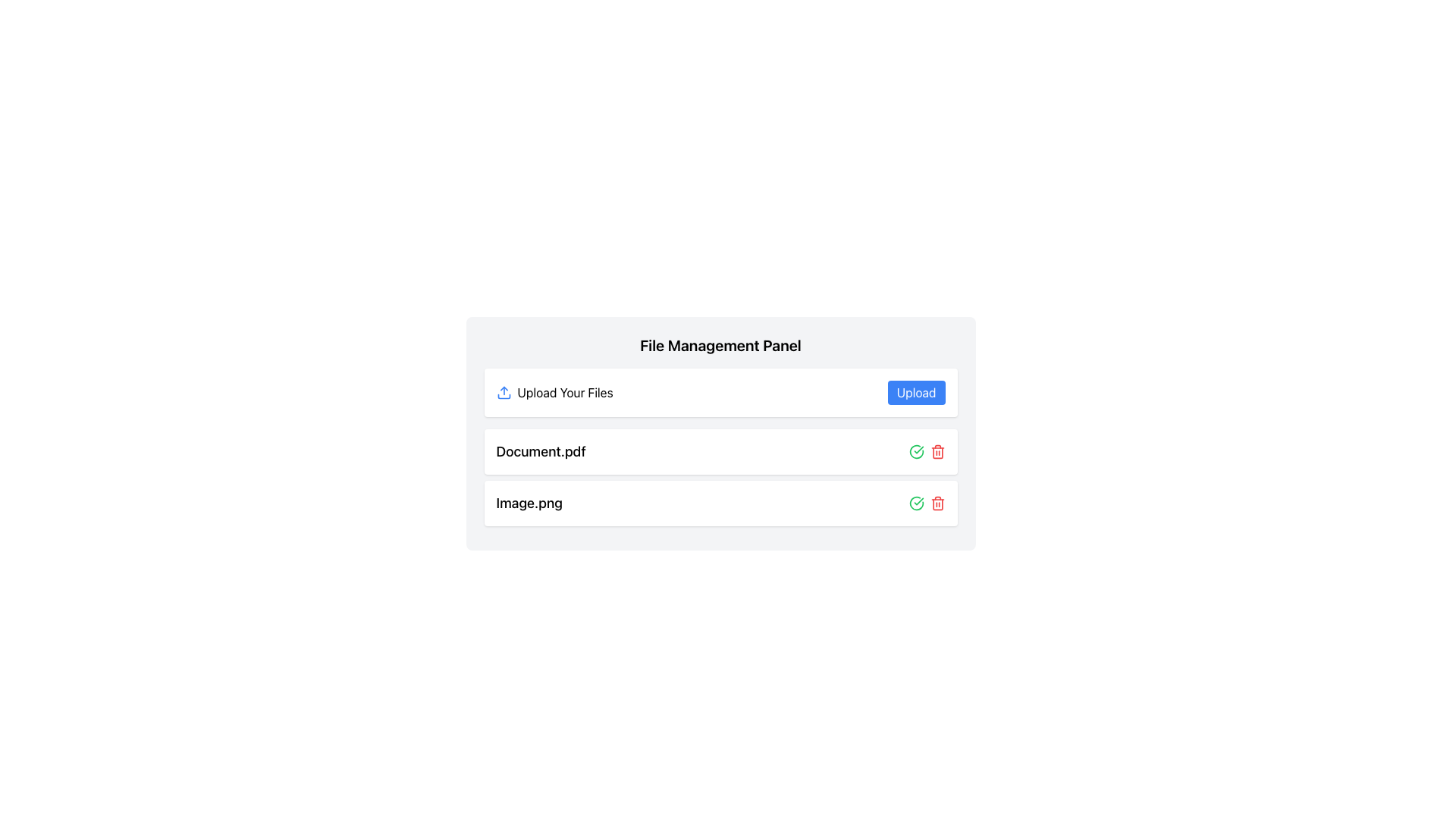 This screenshot has height=819, width=1456. I want to click on the horizontal bar at the base of the upload icon in the 'Upload Your Files' button located at the top-left corner of the file management panel header, so click(504, 396).